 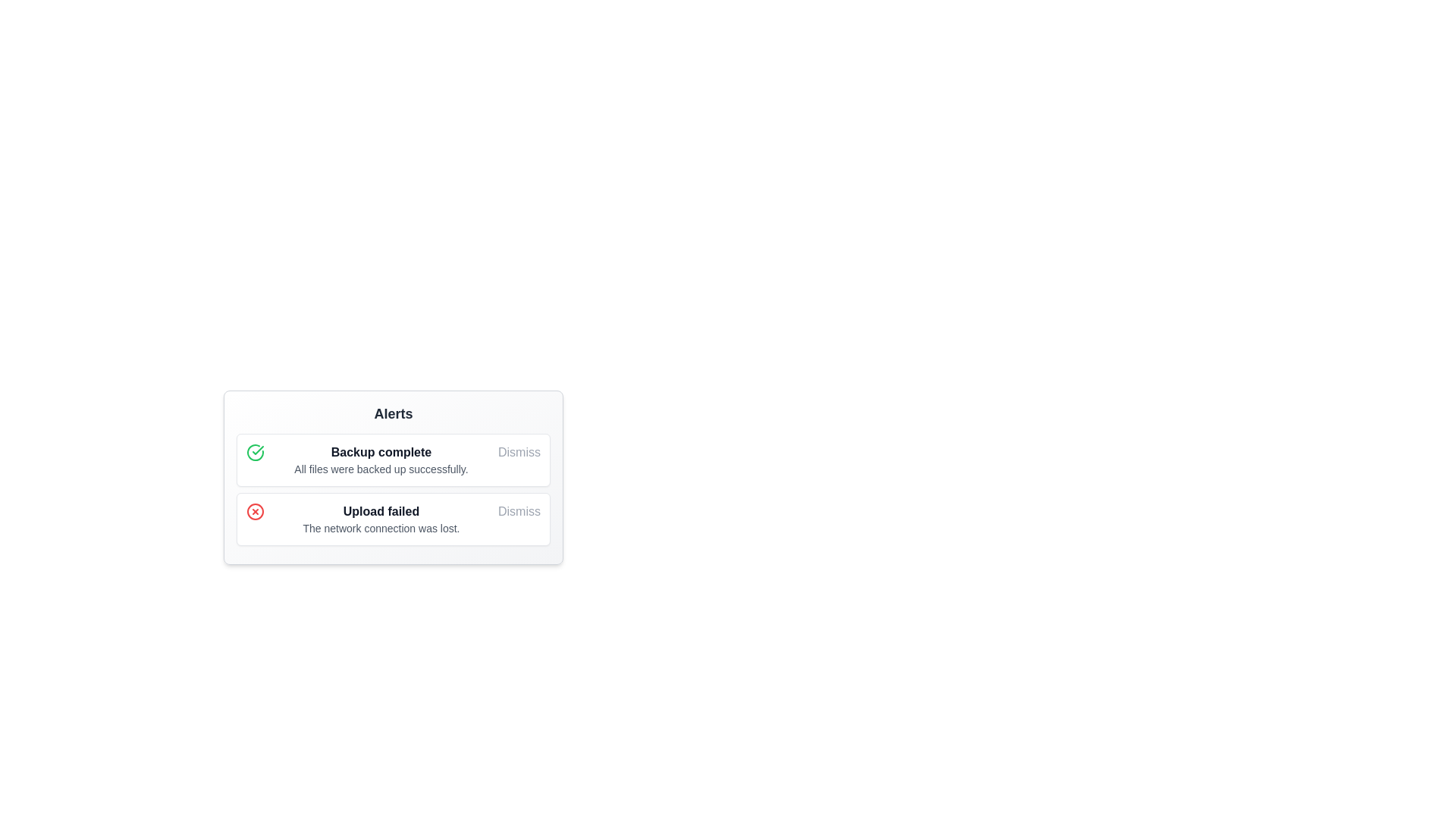 I want to click on message displayed as the title in the second alert entry of the alert box indicating the failure of the upload process, so click(x=381, y=512).